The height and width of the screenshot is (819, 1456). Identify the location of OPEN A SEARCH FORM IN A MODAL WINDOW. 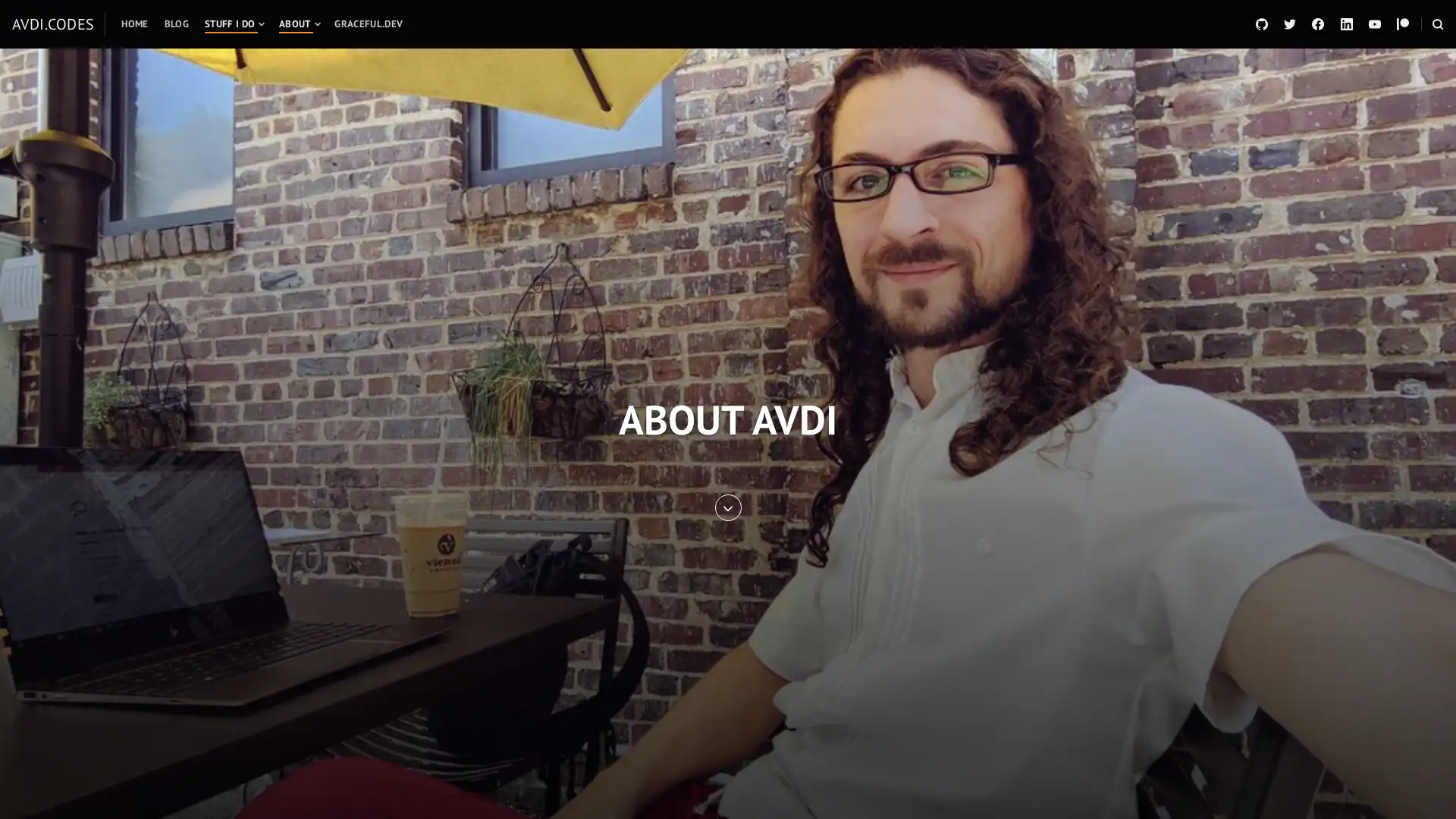
(1437, 24).